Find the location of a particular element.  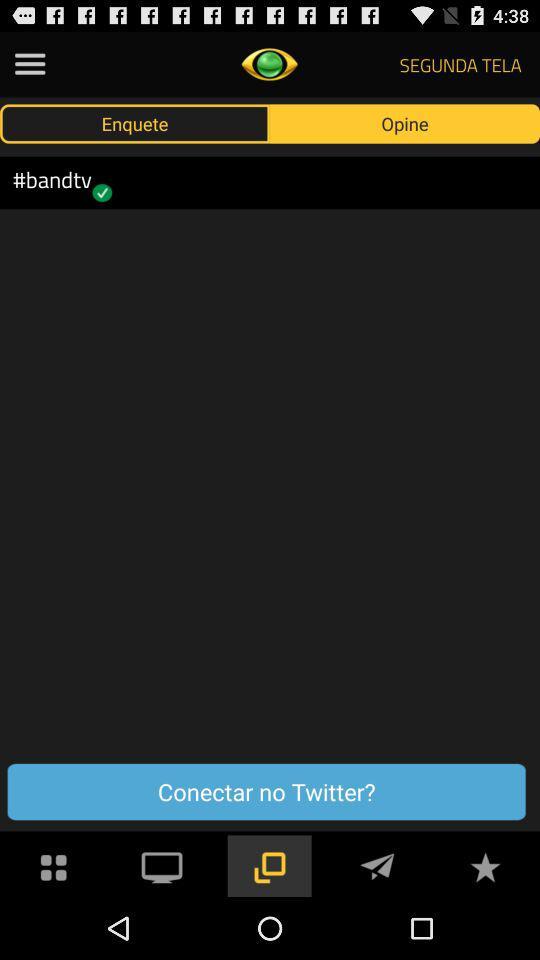

more apps is located at coordinates (54, 864).